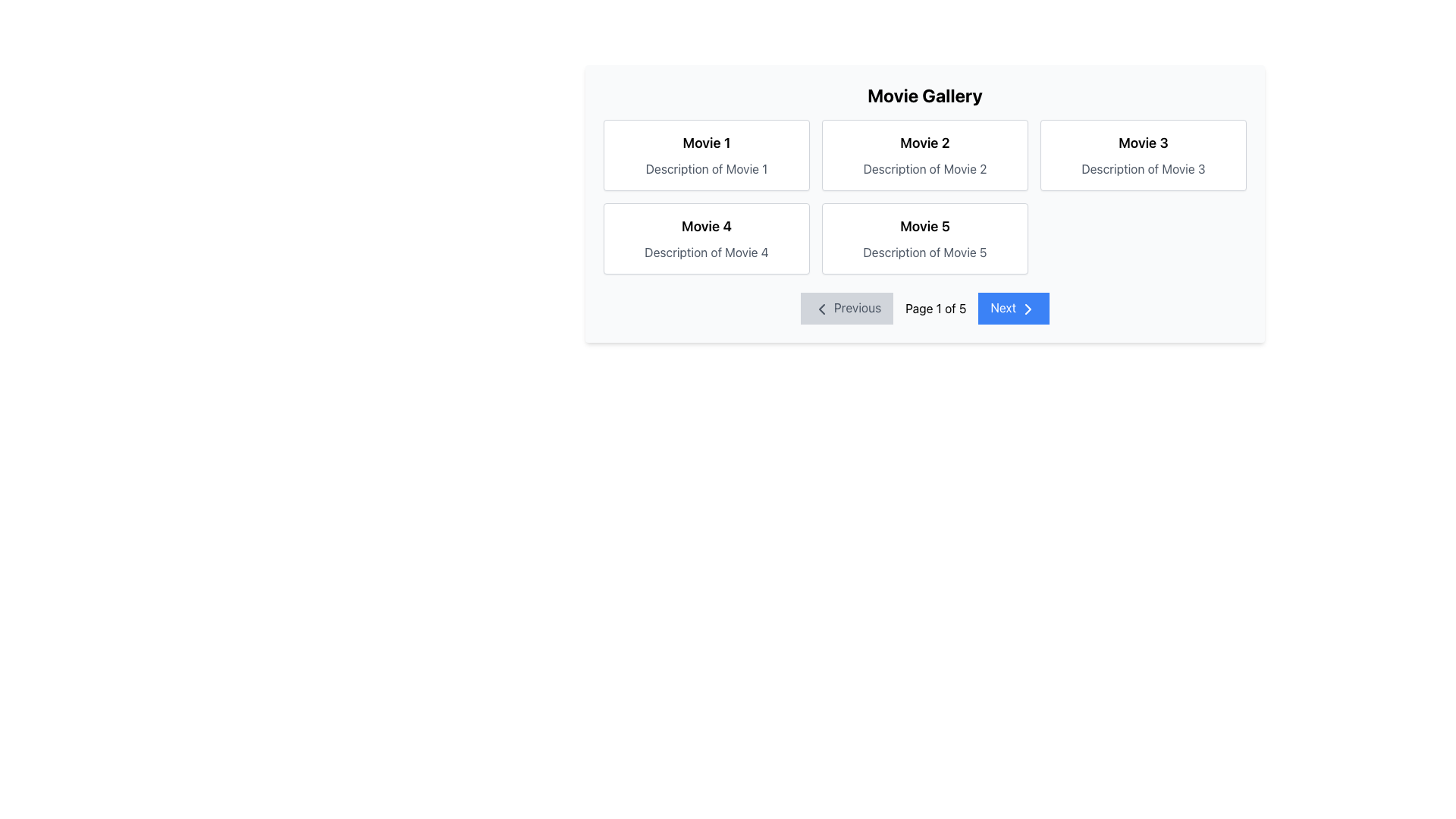 Image resolution: width=1456 pixels, height=819 pixels. Describe the element at coordinates (924, 239) in the screenshot. I see `the movie information card located in the second row, second column of a 3-column grid layout, situated directly to the right of the 'Movie 4' card and below the 'Movie 2' card` at that location.